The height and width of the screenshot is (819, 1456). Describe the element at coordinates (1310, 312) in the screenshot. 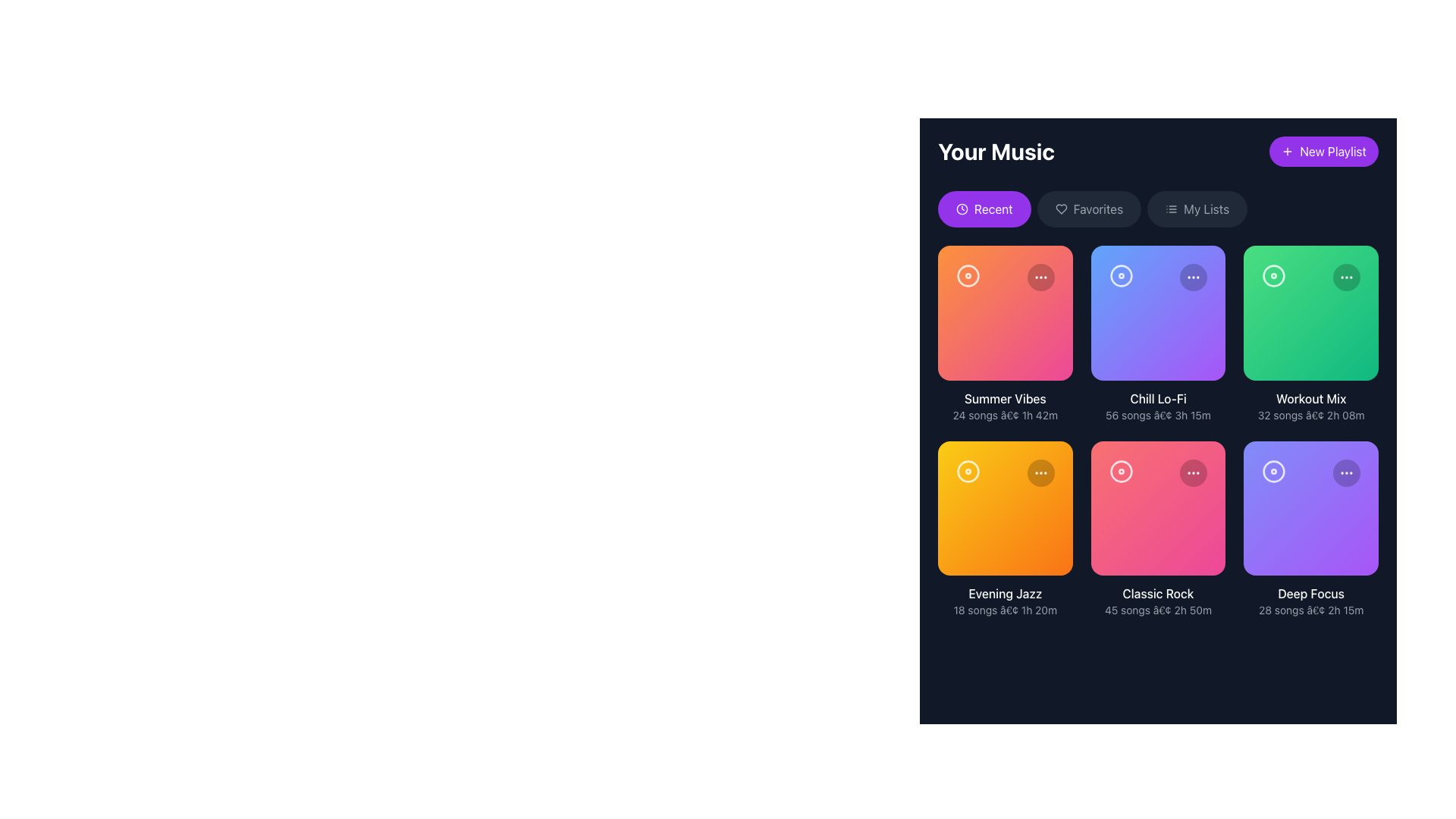

I see `the third card element` at that location.